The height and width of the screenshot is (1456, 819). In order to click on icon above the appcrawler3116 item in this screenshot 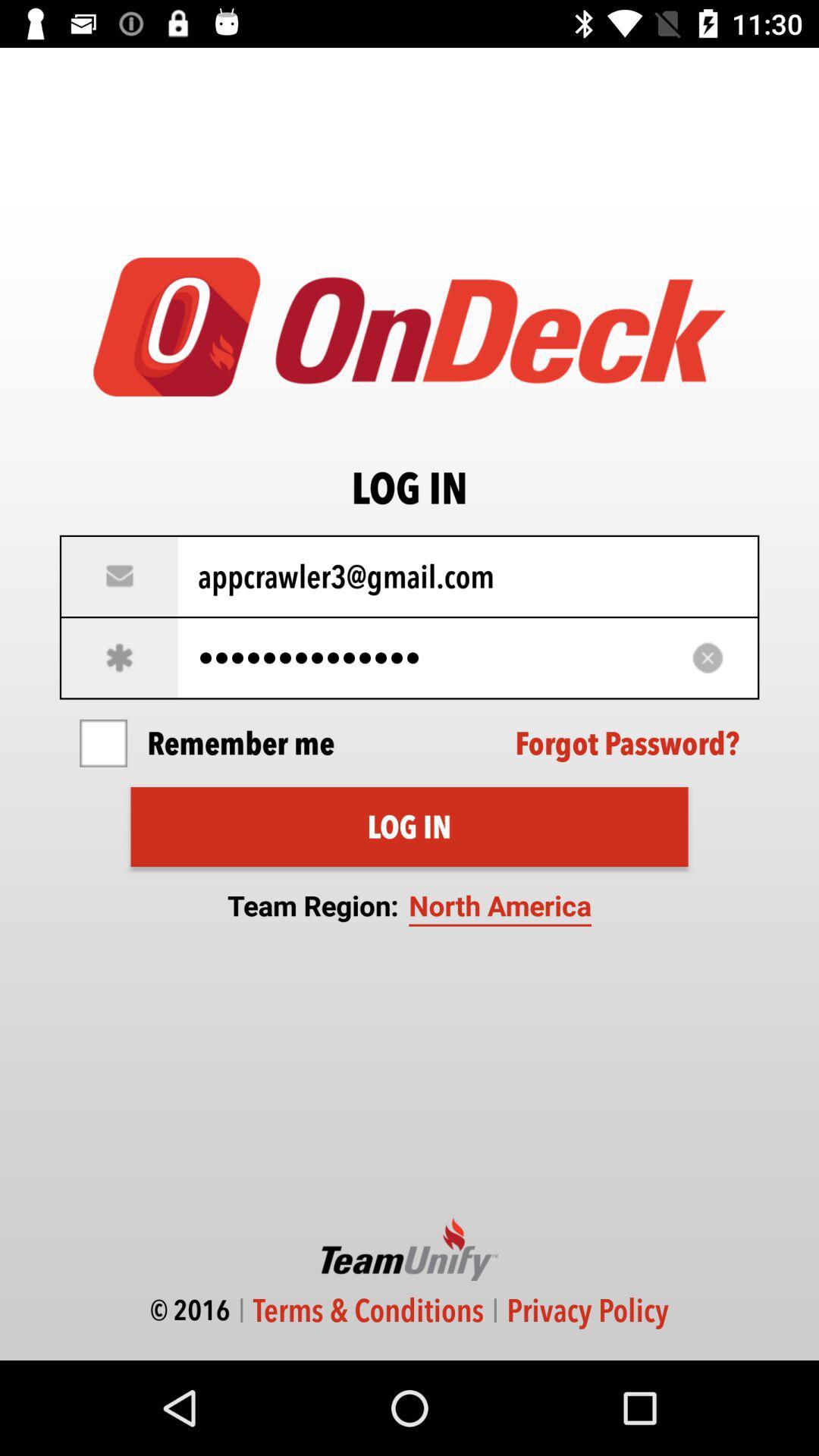, I will do `click(409, 576)`.